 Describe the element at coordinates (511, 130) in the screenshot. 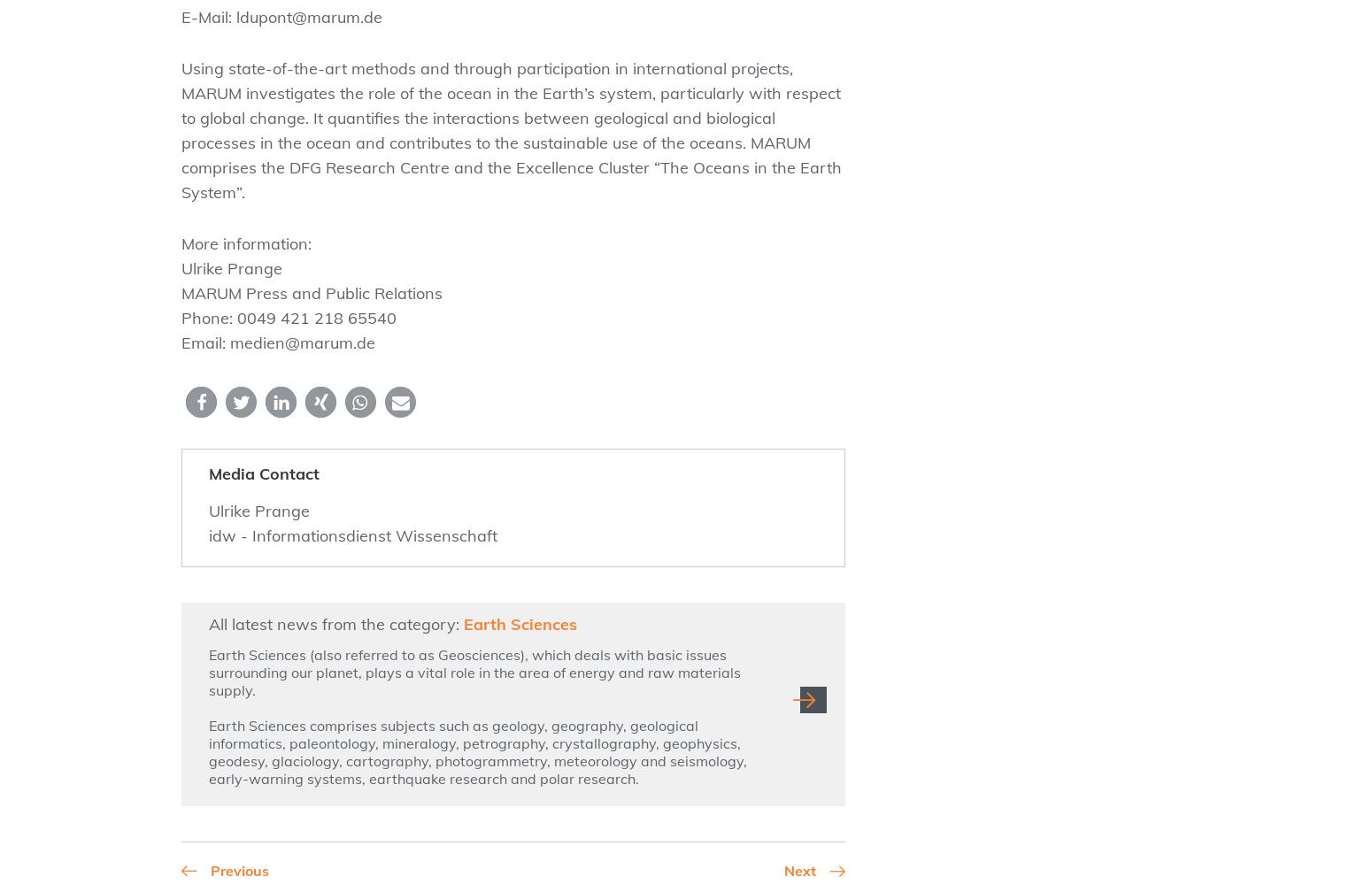

I see `'Using state-of-the-art methods and through participation in international projects, MARUM investigates the role of the ocean in the Earth’s system, particularly with respect to global change. It quantifies the interactions between geological and biological processes in the ocean and contributes to the sustainable use of the oceans. MARUM comprises the DFG Research Centre and the Excellence Cluster “The Oceans in the Earth System”.'` at that location.